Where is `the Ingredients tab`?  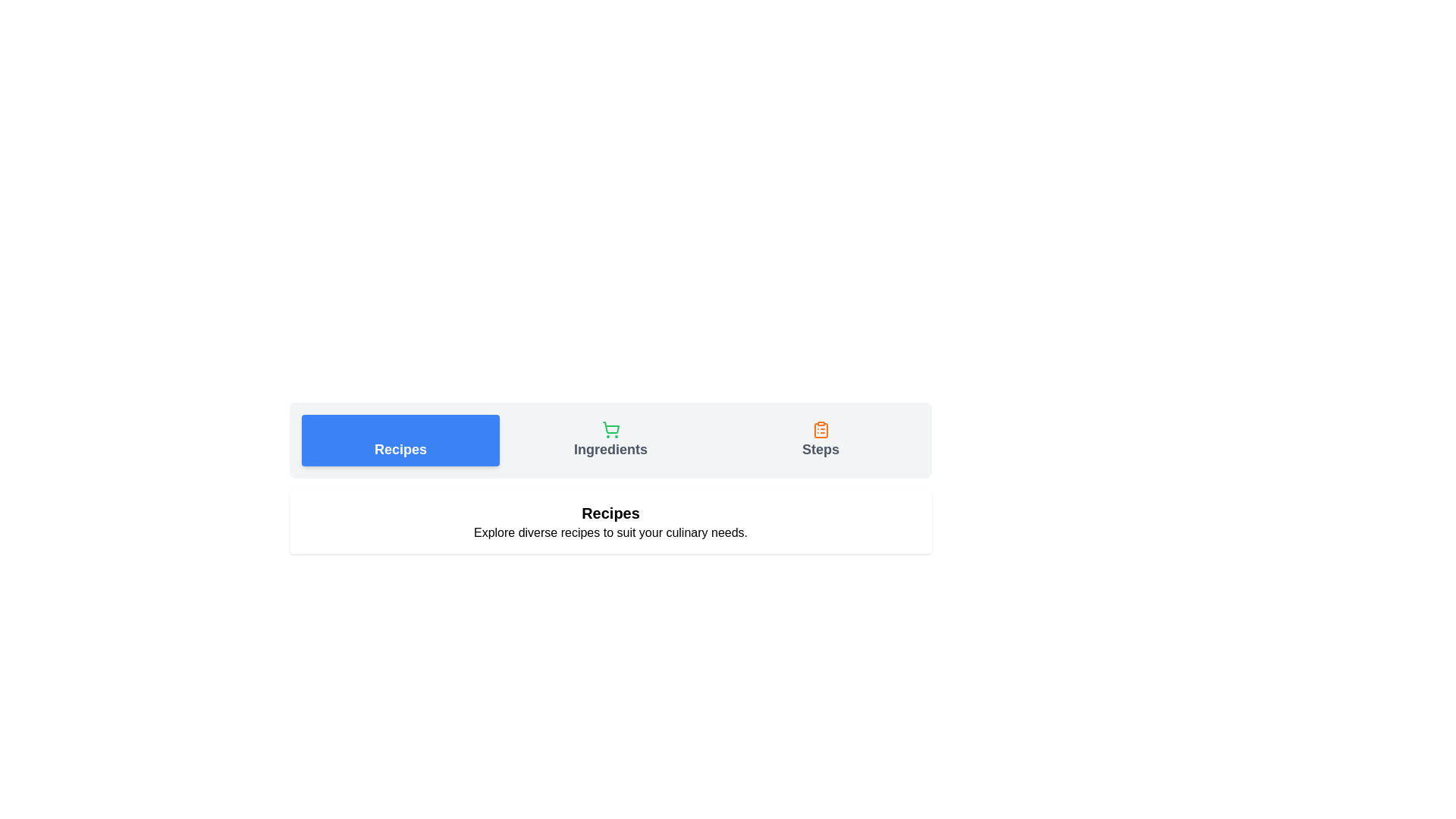
the Ingredients tab is located at coordinates (610, 441).